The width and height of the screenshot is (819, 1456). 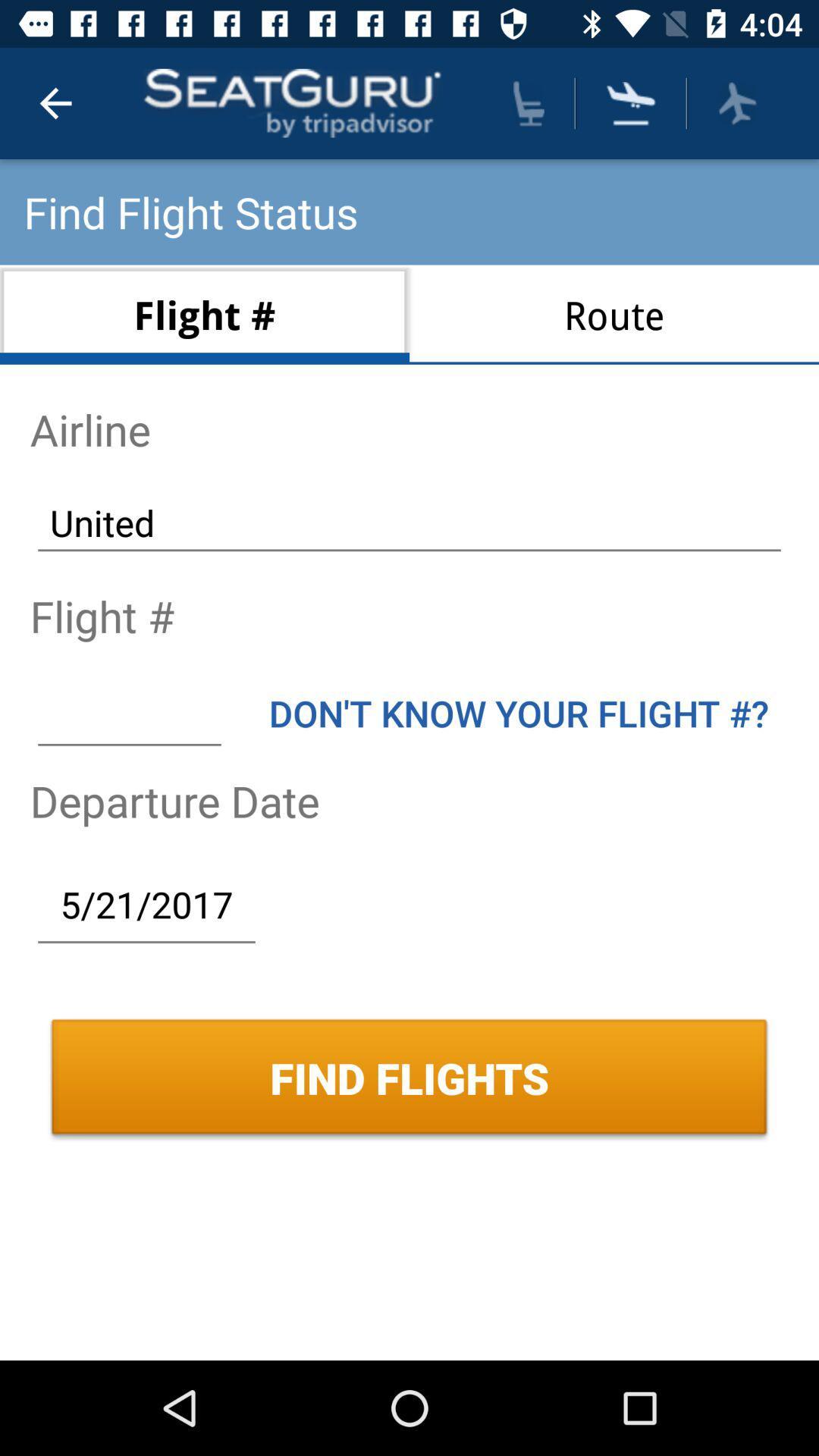 I want to click on find flights icon, so click(x=409, y=1077).